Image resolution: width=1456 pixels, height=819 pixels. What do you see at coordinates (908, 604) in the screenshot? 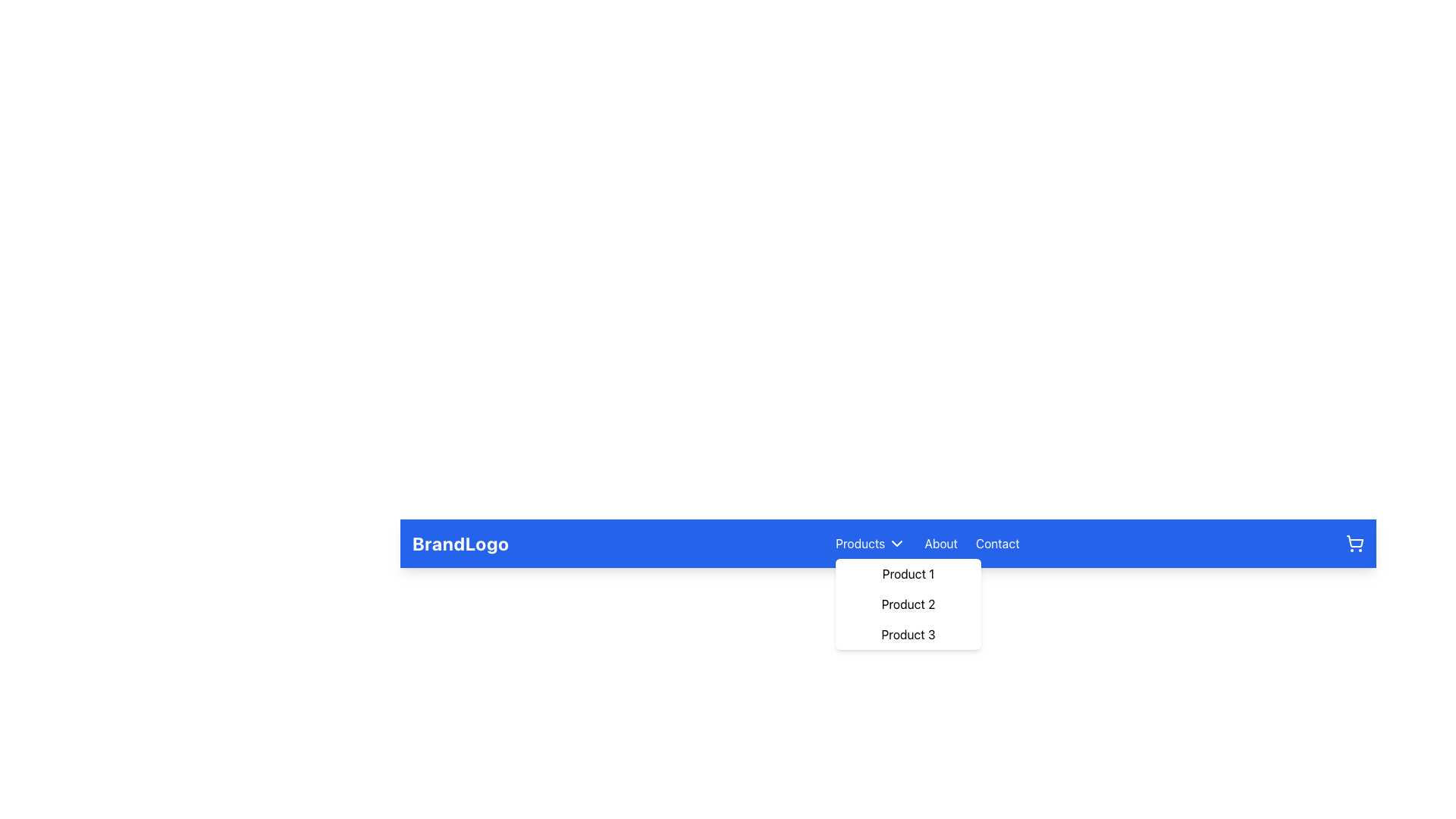
I see `the second item in the dropdown list labeled 'Product 2' to activate the hover styling effect` at bounding box center [908, 604].